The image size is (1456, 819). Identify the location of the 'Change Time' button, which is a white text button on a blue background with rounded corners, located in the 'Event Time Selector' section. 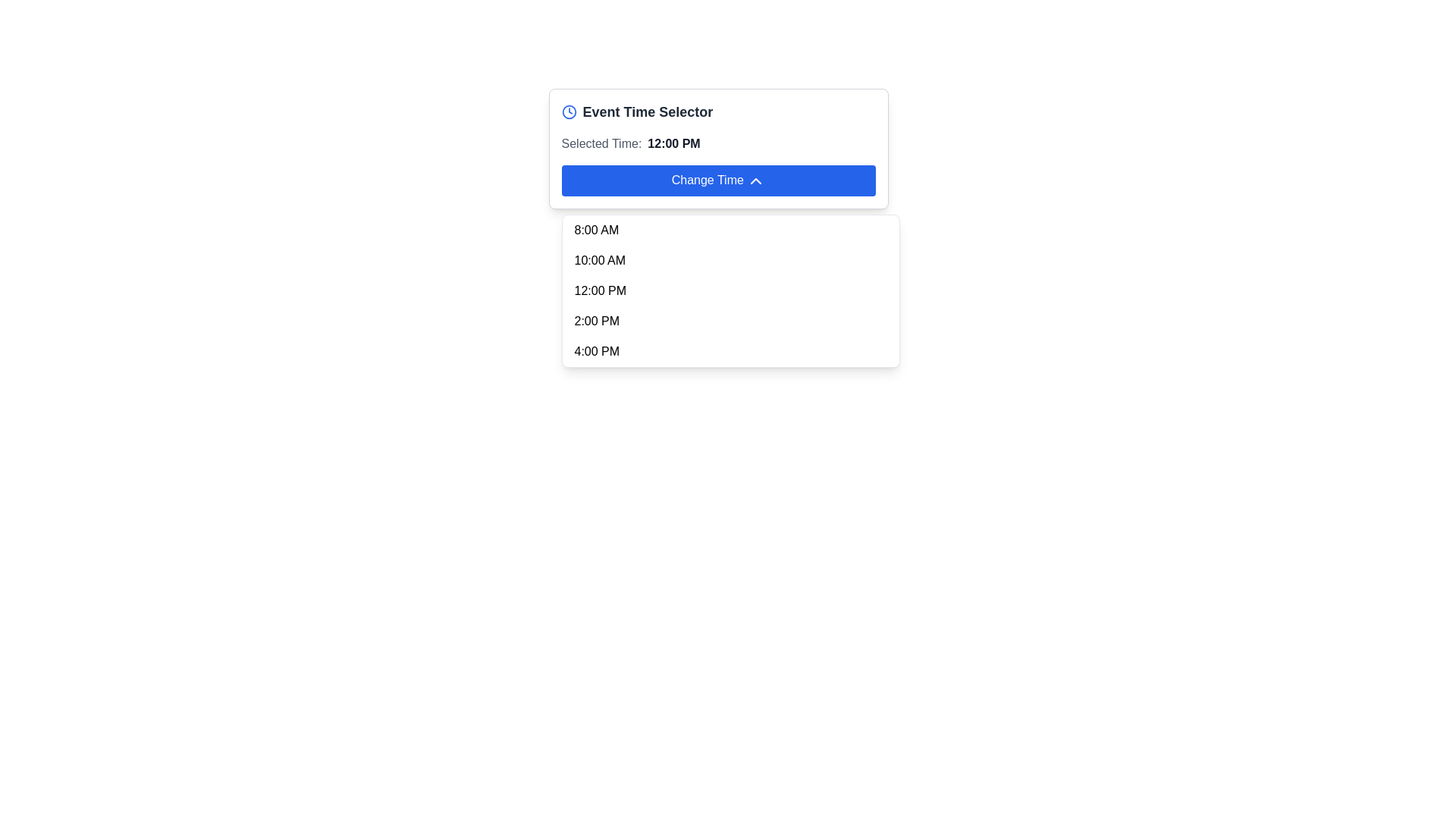
(717, 180).